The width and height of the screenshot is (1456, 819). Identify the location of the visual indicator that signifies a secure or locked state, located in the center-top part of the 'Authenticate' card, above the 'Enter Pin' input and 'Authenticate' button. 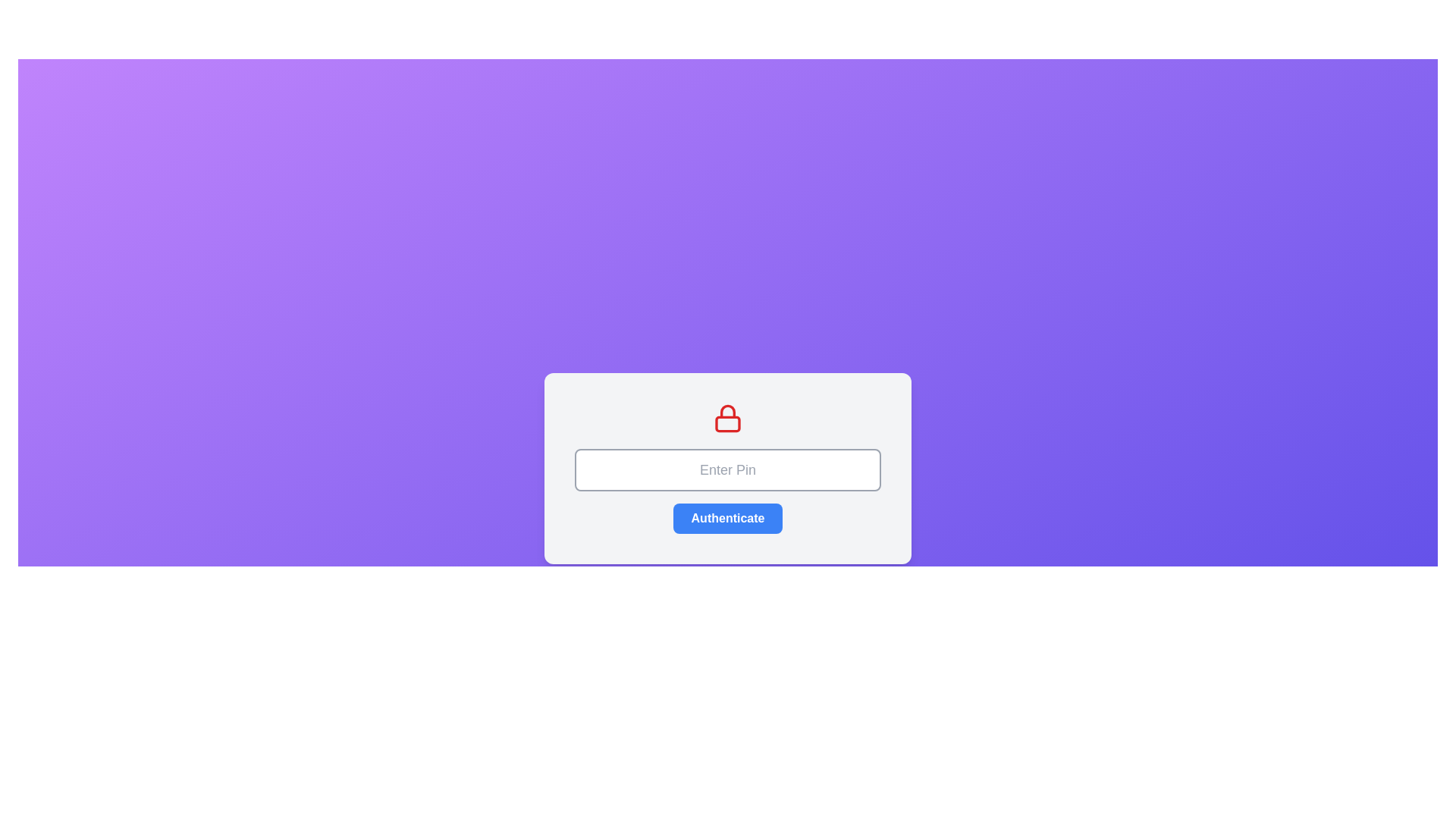
(728, 418).